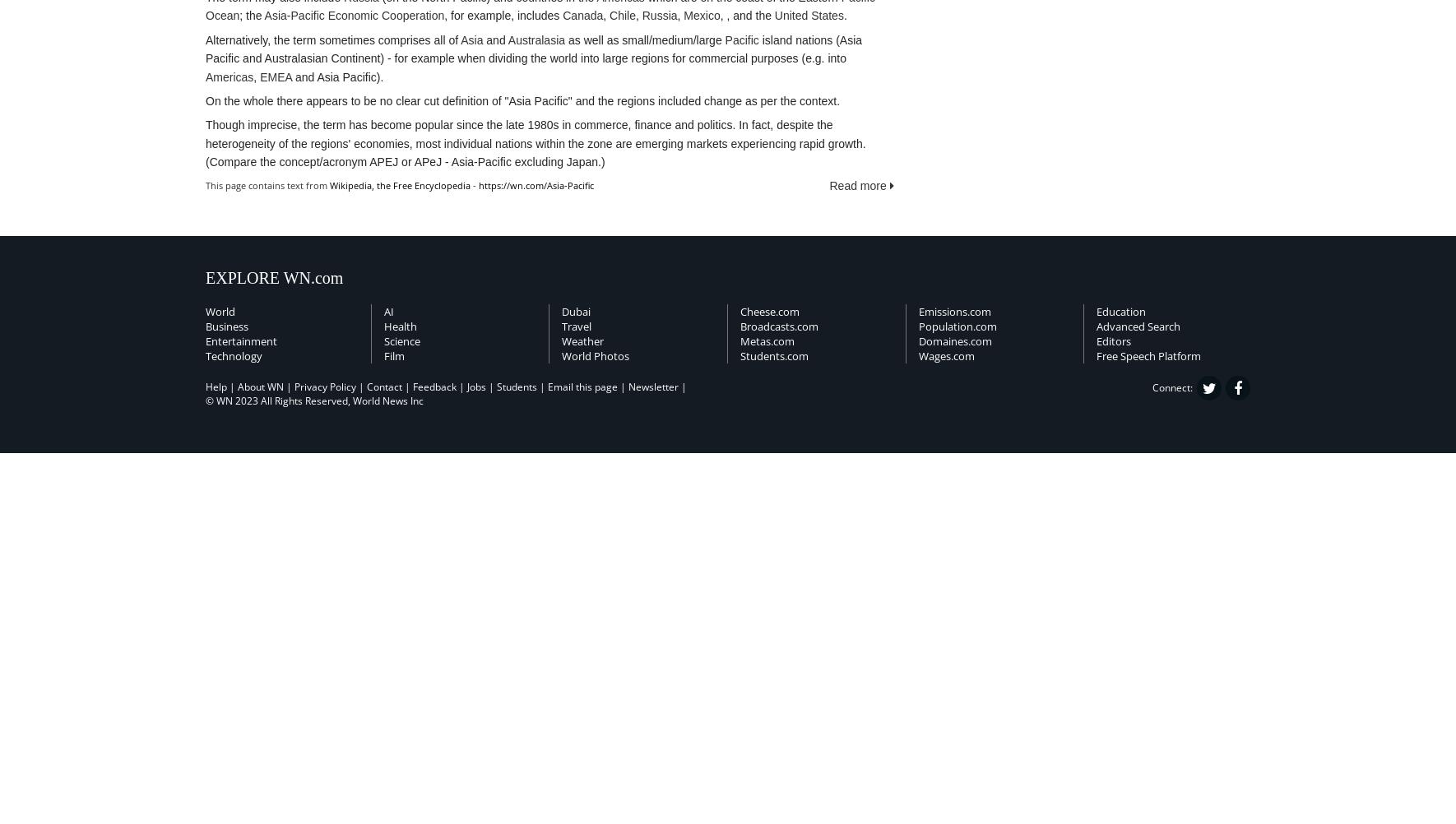  I want to click on 'Education', so click(1121, 311).